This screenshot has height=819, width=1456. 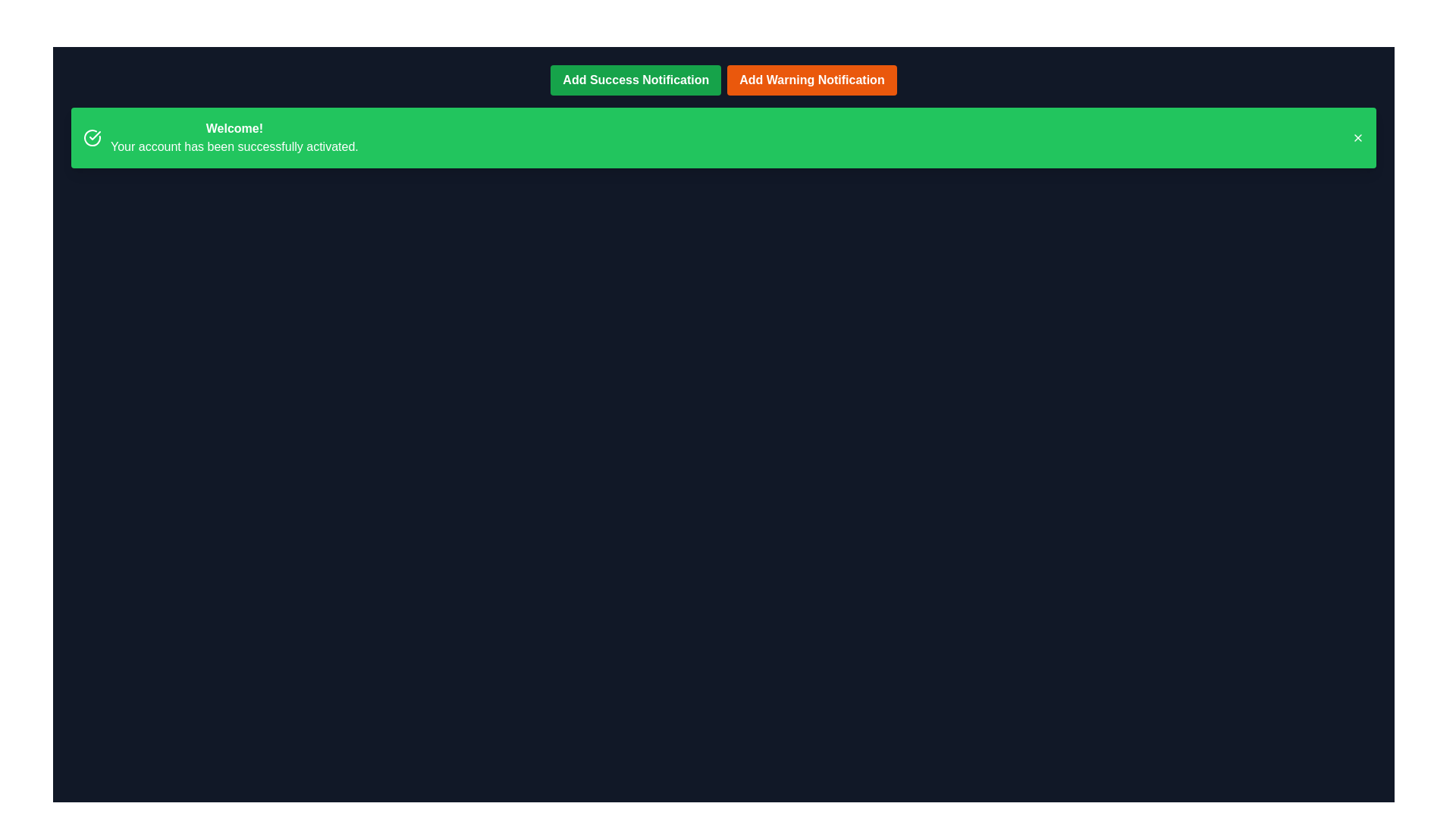 What do you see at coordinates (91, 137) in the screenshot?
I see `the circular green icon with a checkmark symbol, which signifies success, located next to the text 'Welcome! Your account has been successfully activated.' in the green notification banner` at bounding box center [91, 137].